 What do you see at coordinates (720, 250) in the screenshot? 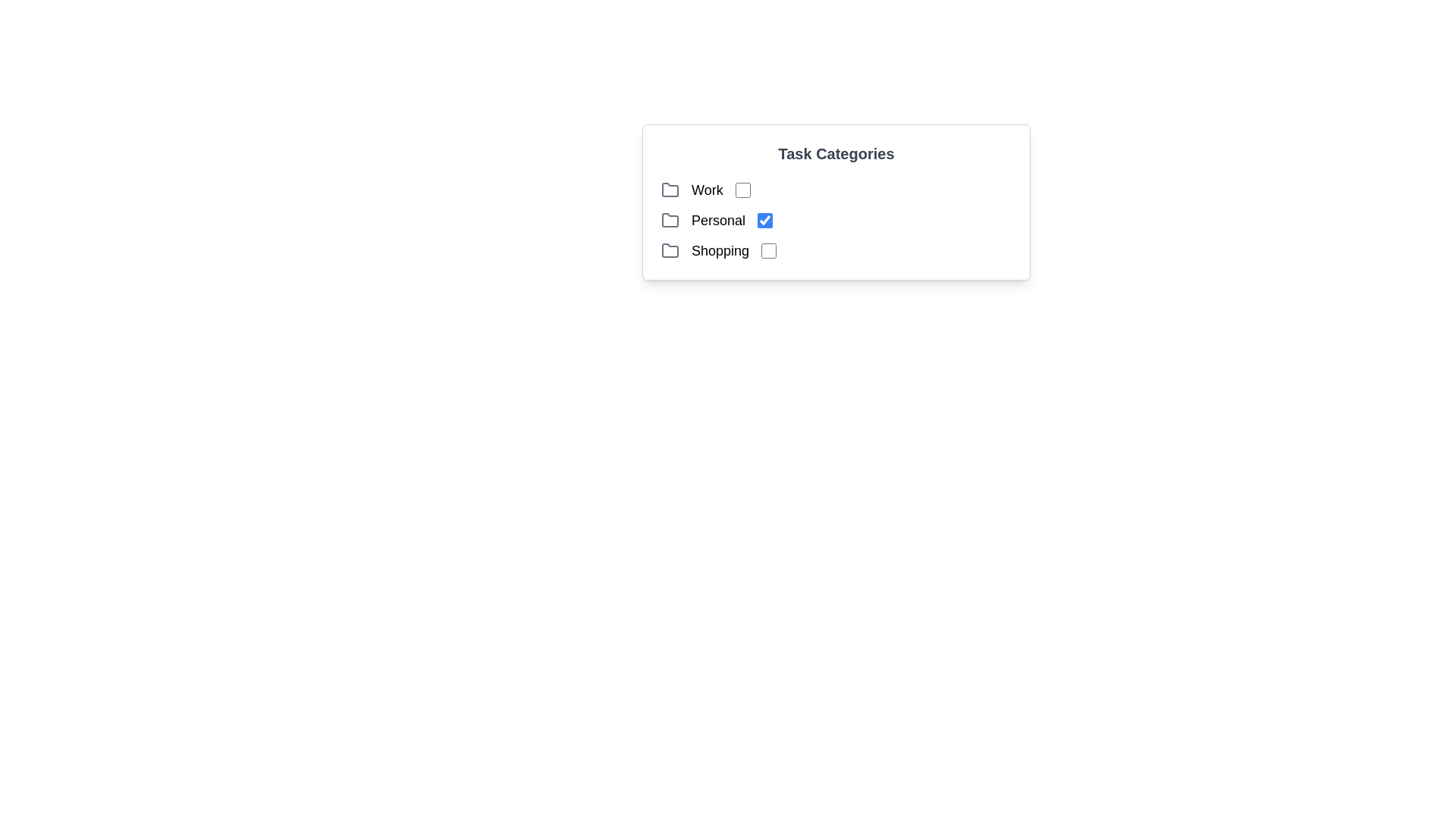
I see `the 'Shopping' label in the 'Task Categories' list, which is the third item and is formatted in bold to emphasize its significance` at bounding box center [720, 250].